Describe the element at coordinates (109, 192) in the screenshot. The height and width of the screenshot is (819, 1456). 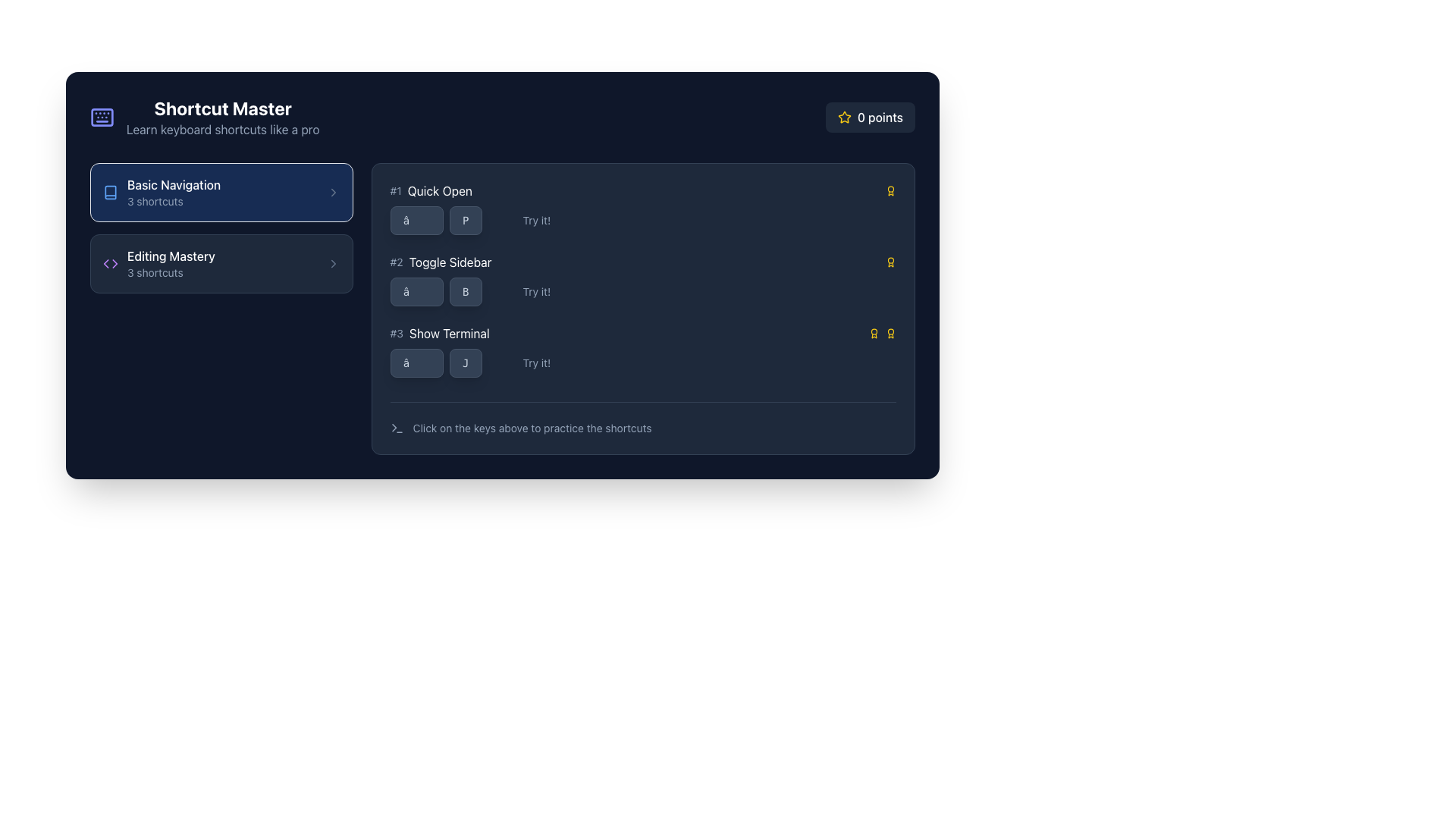
I see `the 'Basic Navigation' icon located to the left of the text 'Basic Navigation' and '3 shortcuts'` at that location.